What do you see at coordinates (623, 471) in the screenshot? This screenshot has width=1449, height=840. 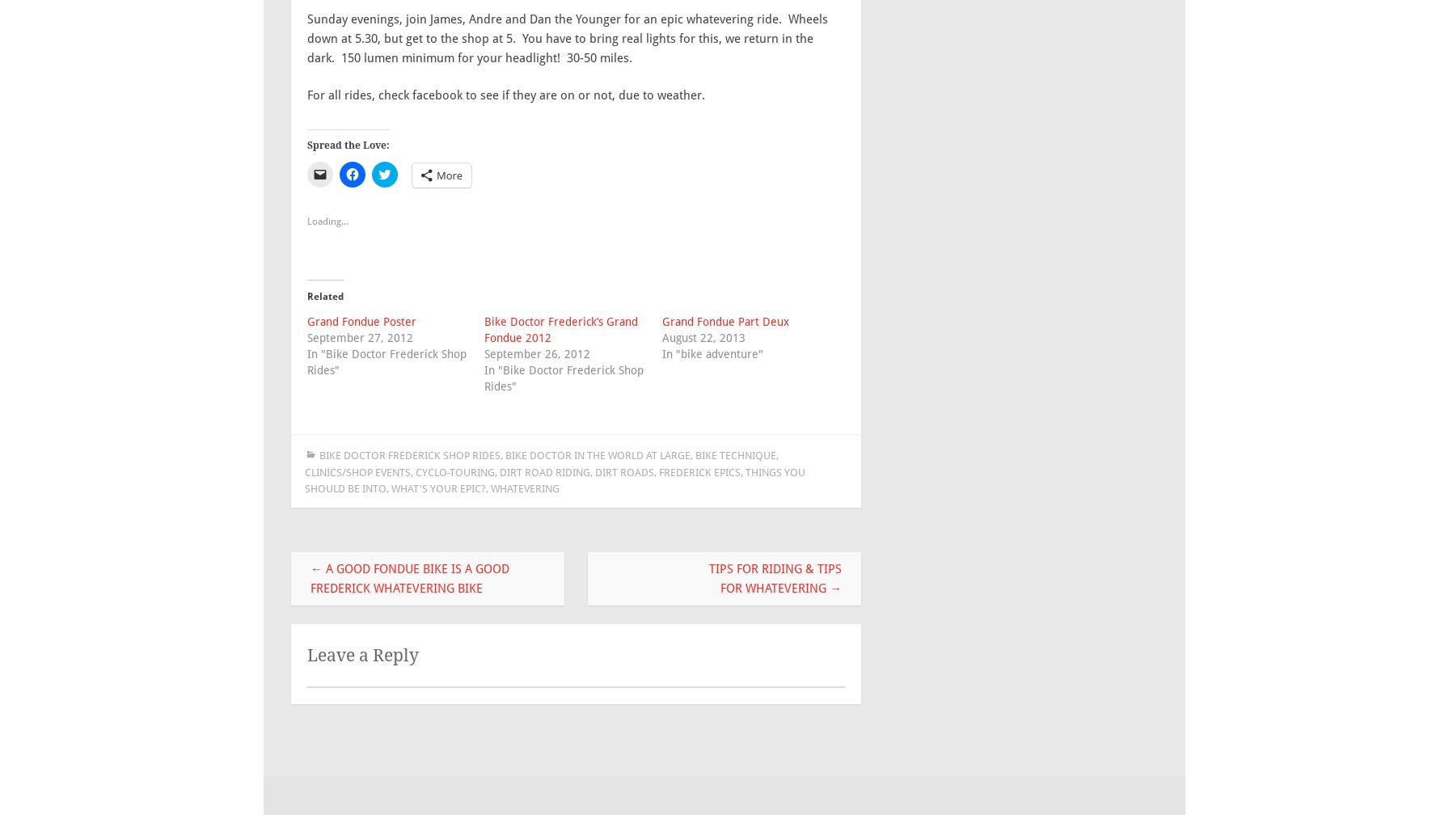 I see `'Dirt Roads'` at bounding box center [623, 471].